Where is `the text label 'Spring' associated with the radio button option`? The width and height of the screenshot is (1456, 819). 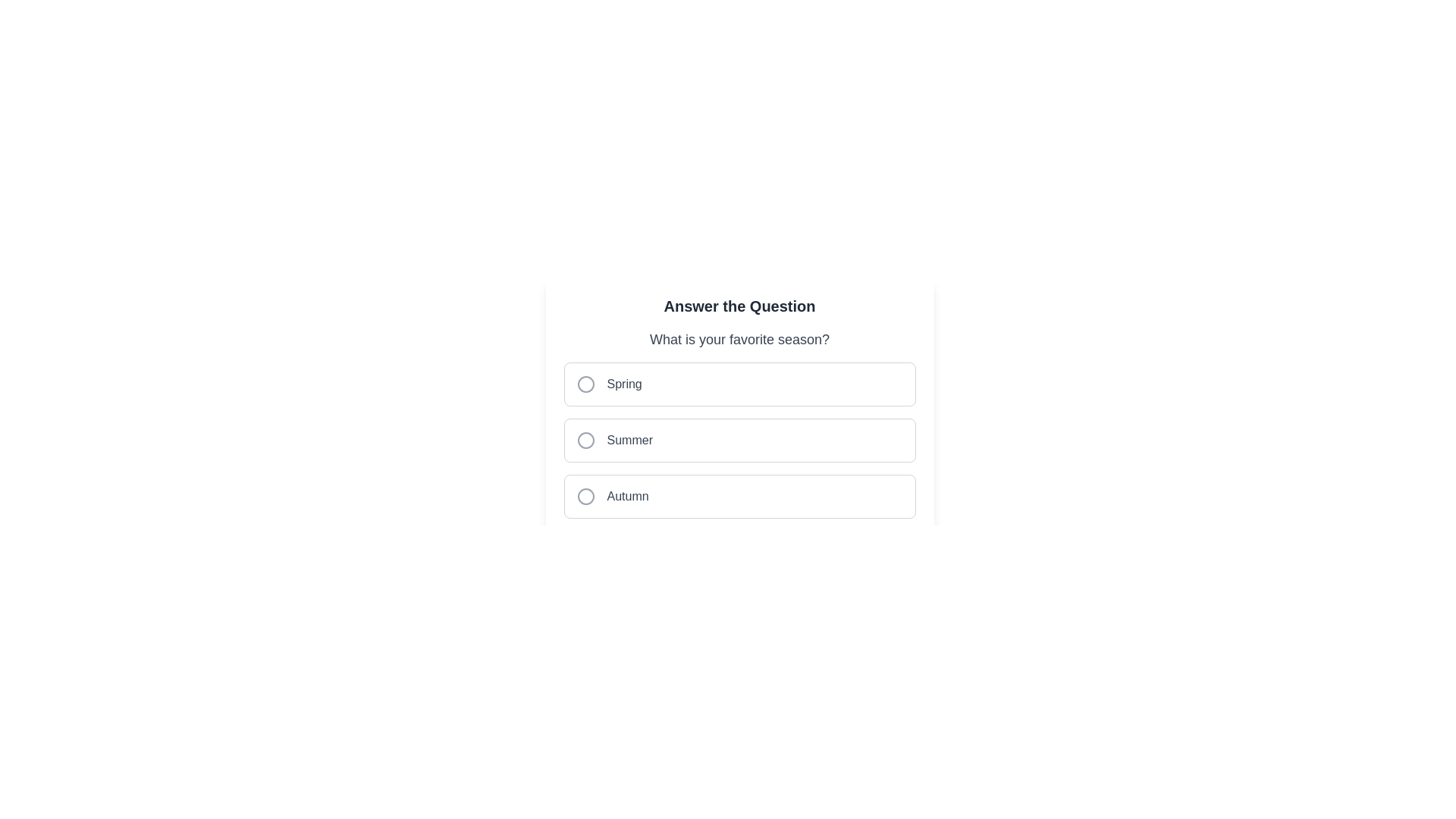 the text label 'Spring' associated with the radio button option is located at coordinates (624, 383).